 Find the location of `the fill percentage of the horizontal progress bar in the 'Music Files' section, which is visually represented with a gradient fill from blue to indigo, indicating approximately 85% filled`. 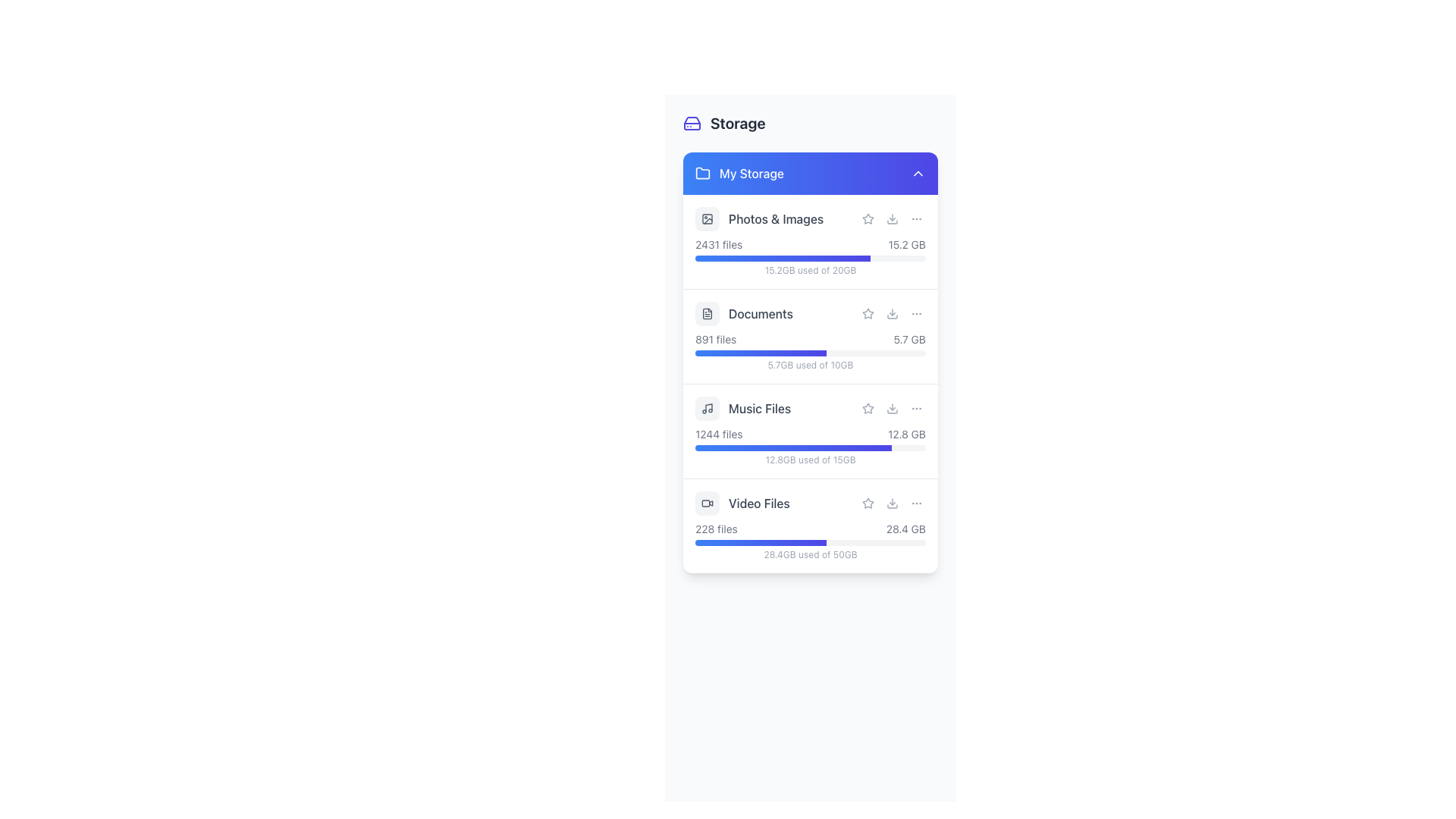

the fill percentage of the horizontal progress bar in the 'Music Files' section, which is visually represented with a gradient fill from blue to indigo, indicating approximately 85% filled is located at coordinates (810, 447).